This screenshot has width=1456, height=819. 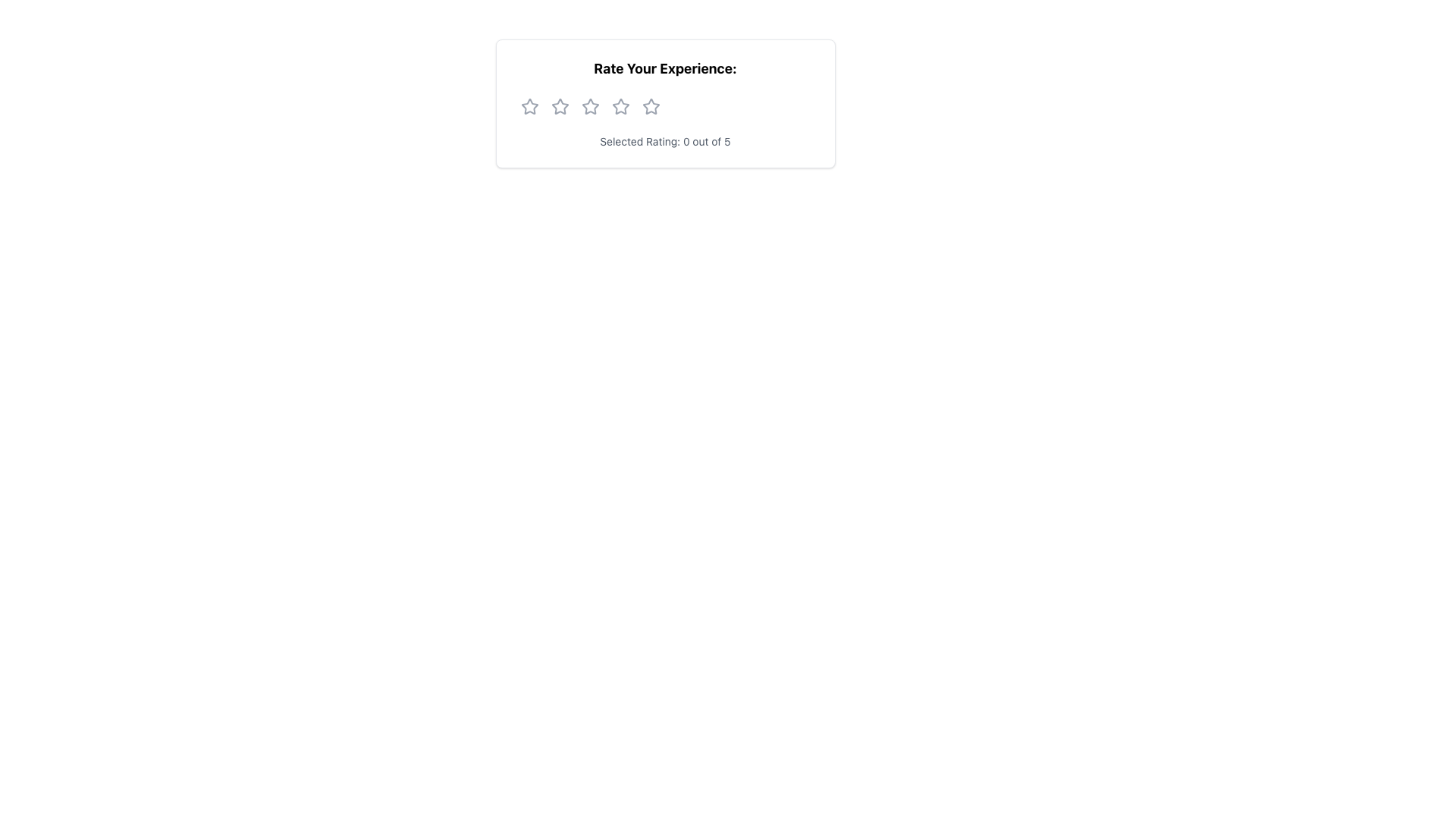 I want to click on the first star-shaped rating icon that changes color from gray to yellow on hover, indicating its interactivity, so click(x=529, y=106).